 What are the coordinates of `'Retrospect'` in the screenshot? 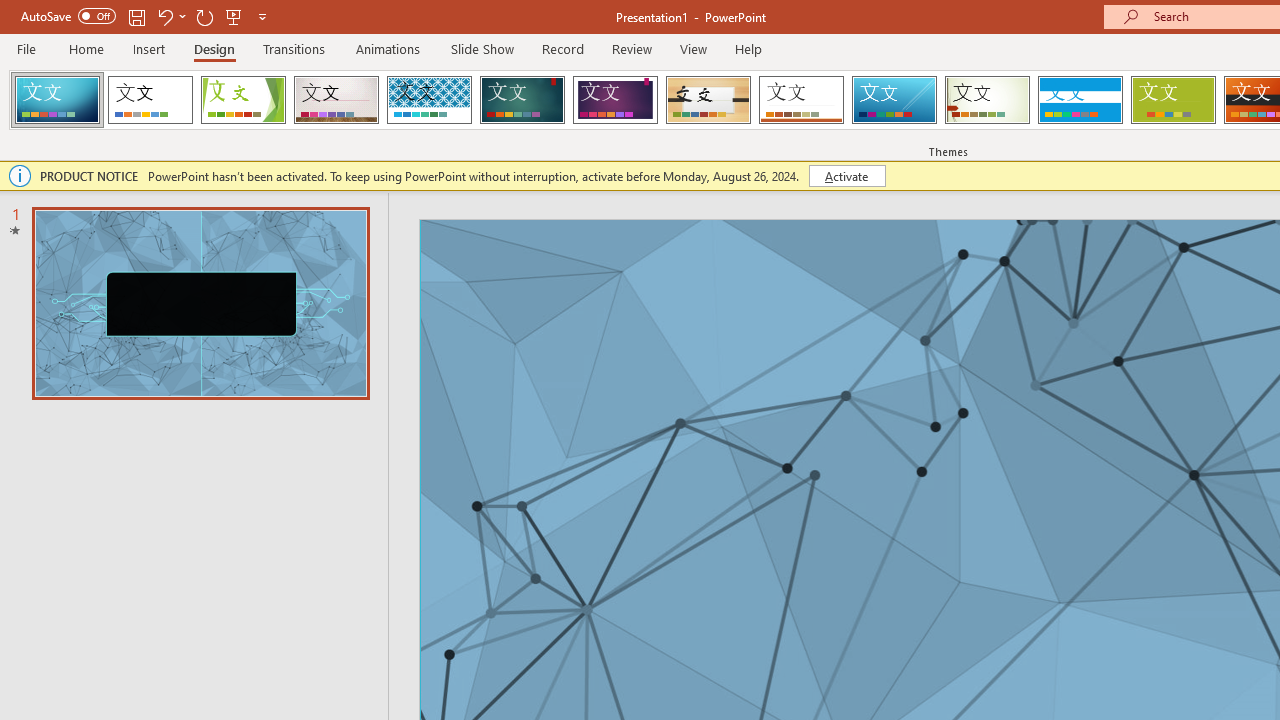 It's located at (801, 100).